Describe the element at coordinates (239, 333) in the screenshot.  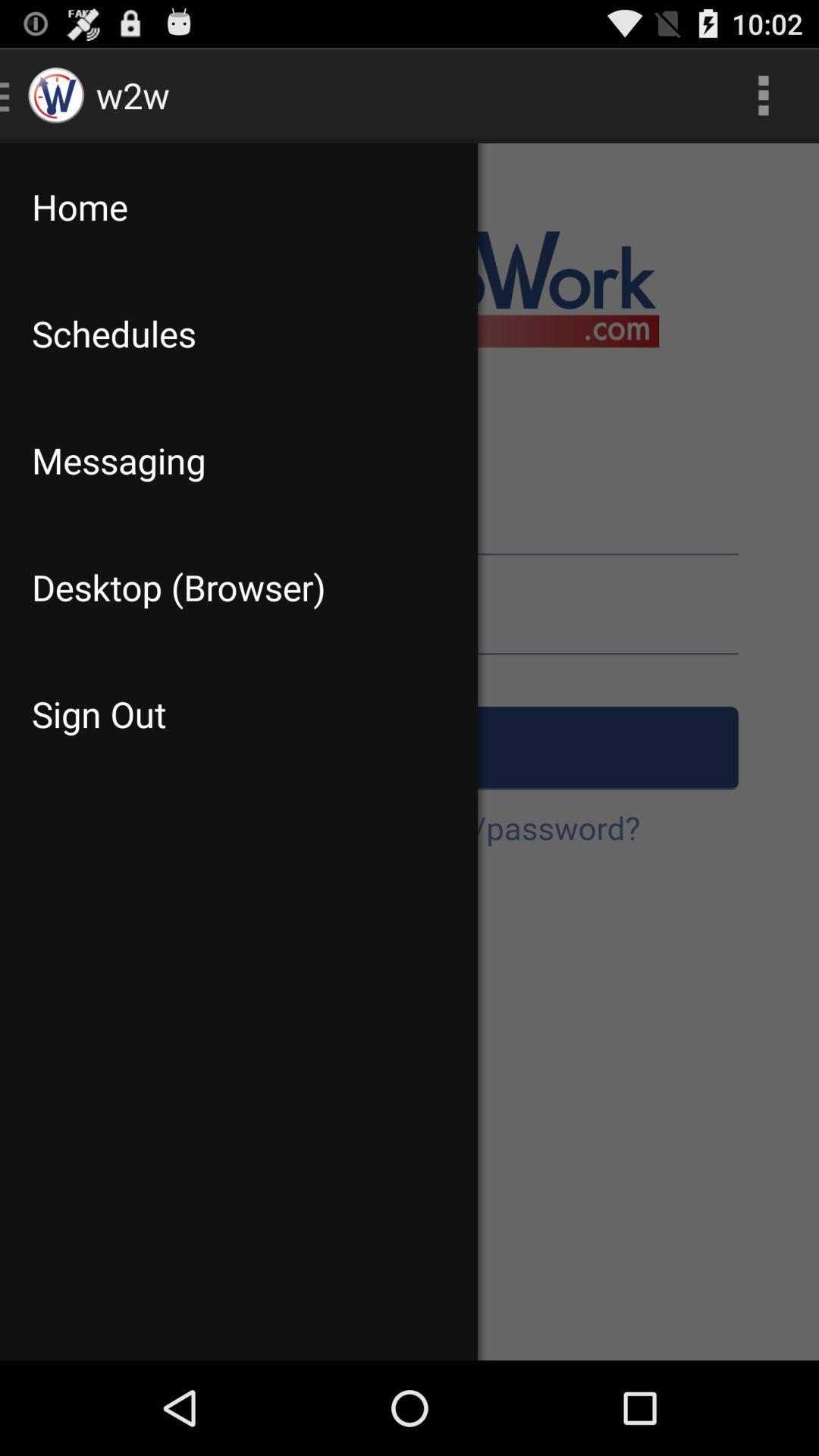
I see `app below the home icon` at that location.